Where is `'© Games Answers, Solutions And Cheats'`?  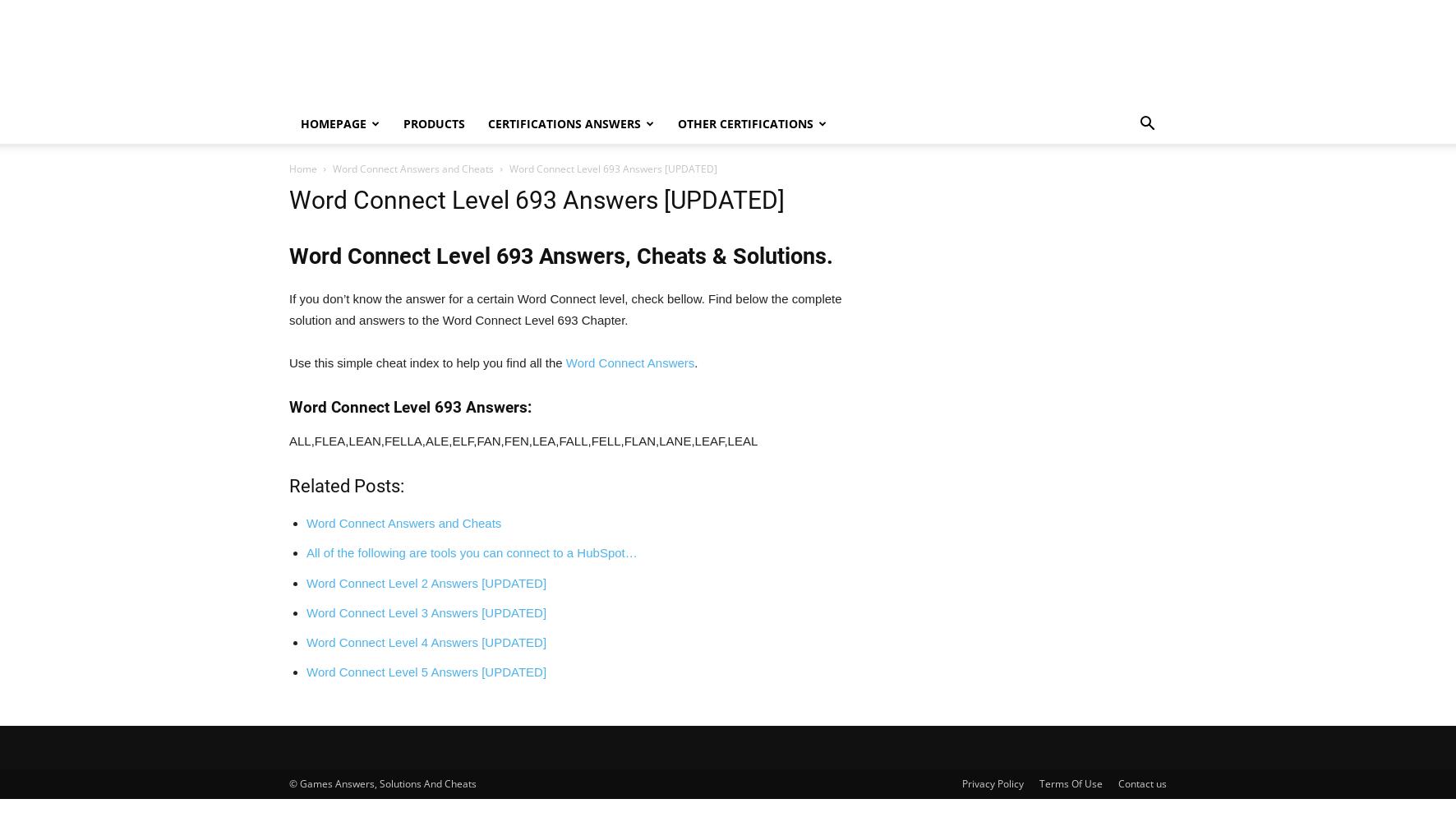 '© Games Answers, Solutions And Cheats' is located at coordinates (382, 782).